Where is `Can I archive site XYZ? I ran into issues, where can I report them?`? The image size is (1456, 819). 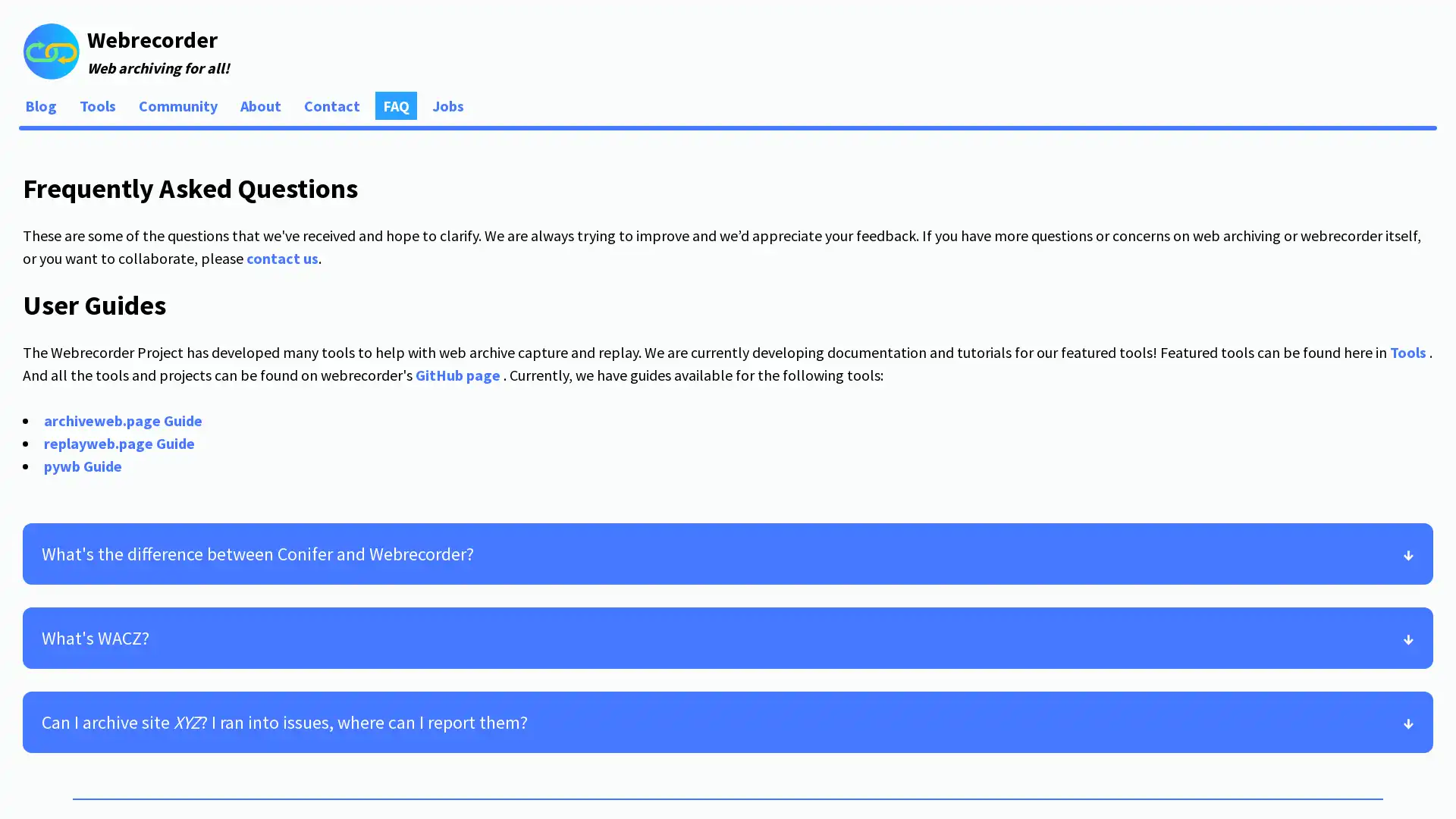 Can I archive site XYZ? I ran into issues, where can I report them? is located at coordinates (728, 720).